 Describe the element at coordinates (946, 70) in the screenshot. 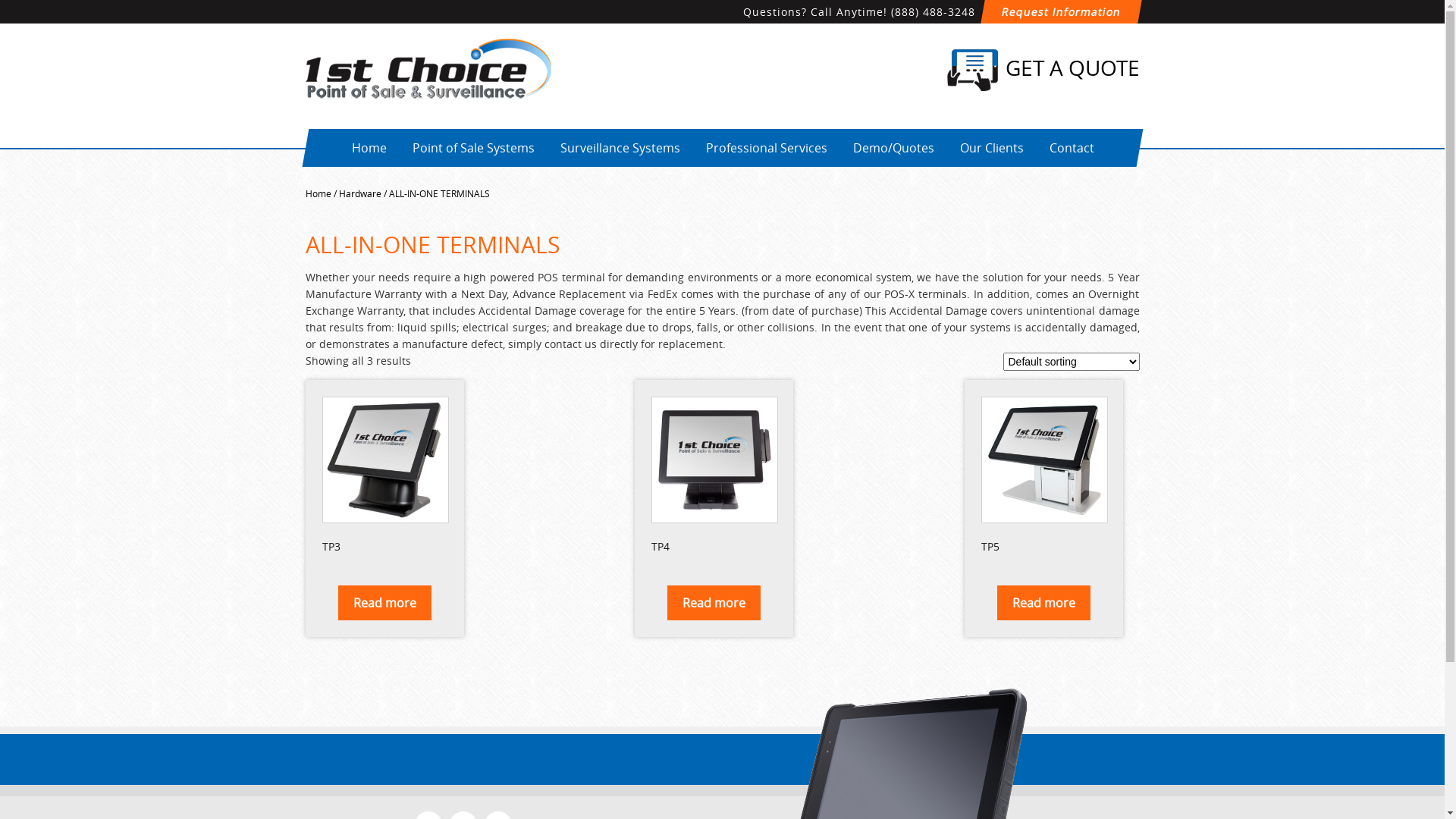

I see `'GET A QUOTE'` at that location.